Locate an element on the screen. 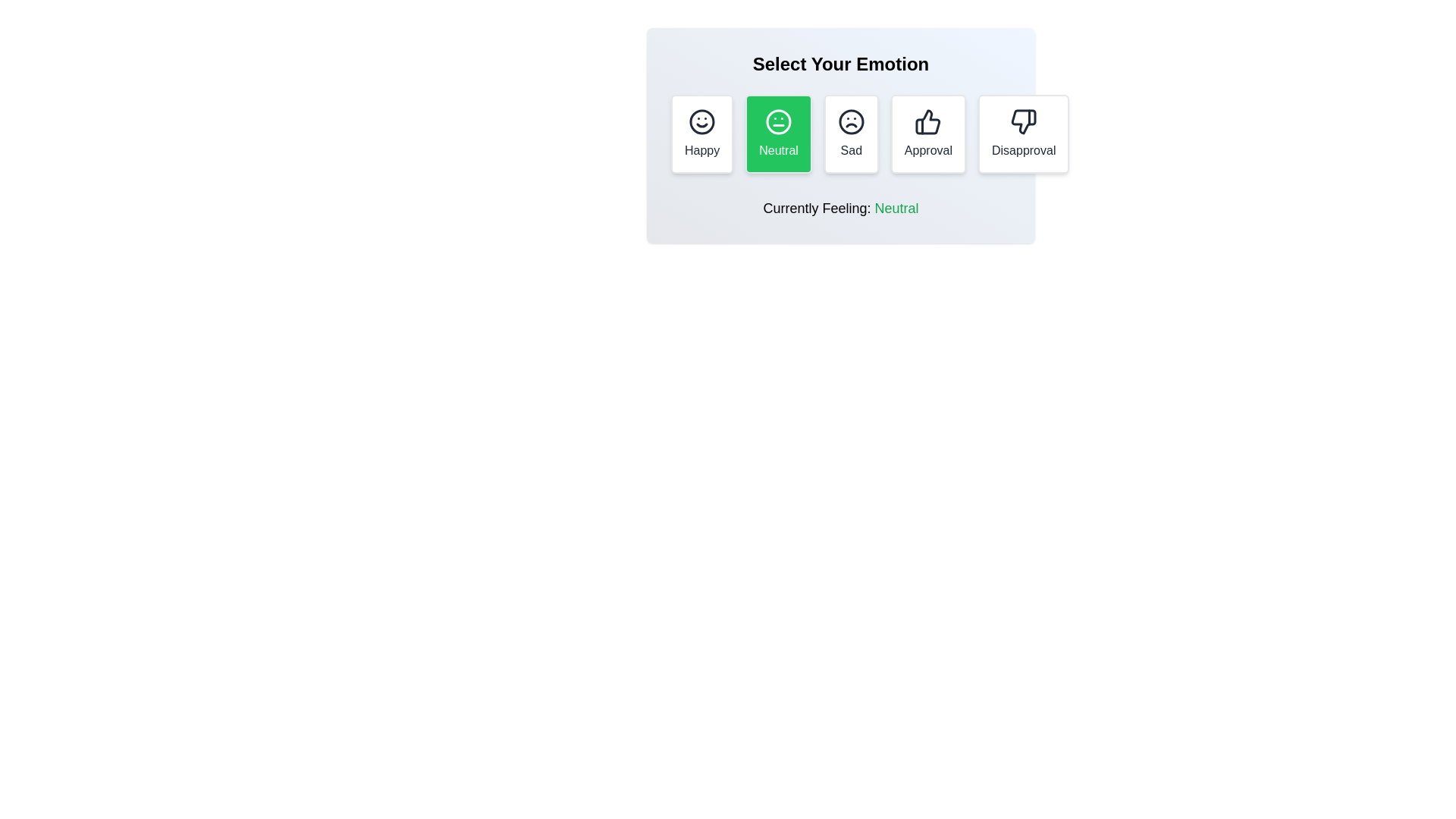 The image size is (1456, 819). the Sad button to select the corresponding reaction is located at coordinates (852, 133).